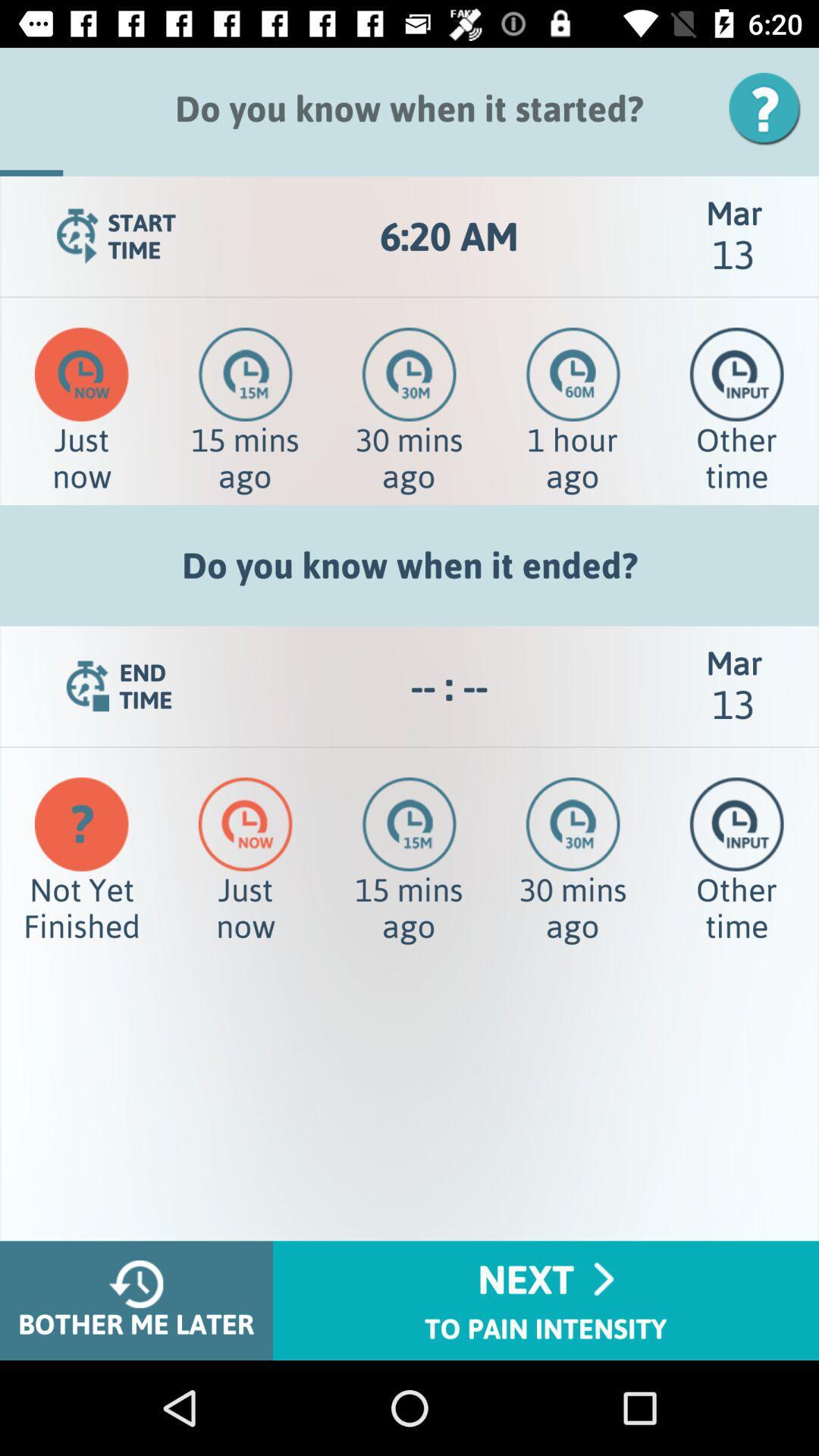 The width and height of the screenshot is (819, 1456). I want to click on item next to do you know app, so click(770, 108).